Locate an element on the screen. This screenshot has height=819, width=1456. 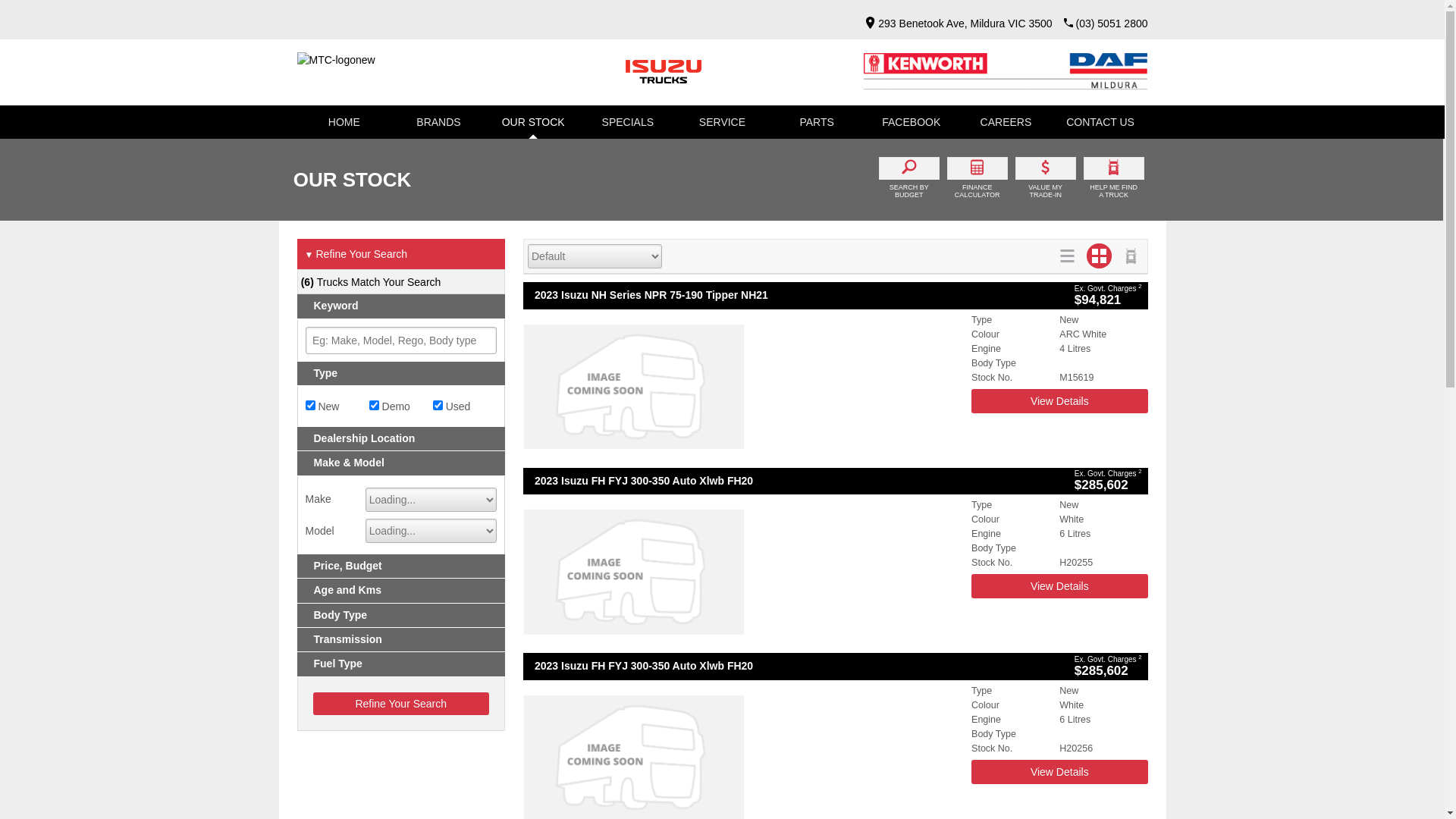
'Ex. Govt. Charges 2 is located at coordinates (1068, 295).